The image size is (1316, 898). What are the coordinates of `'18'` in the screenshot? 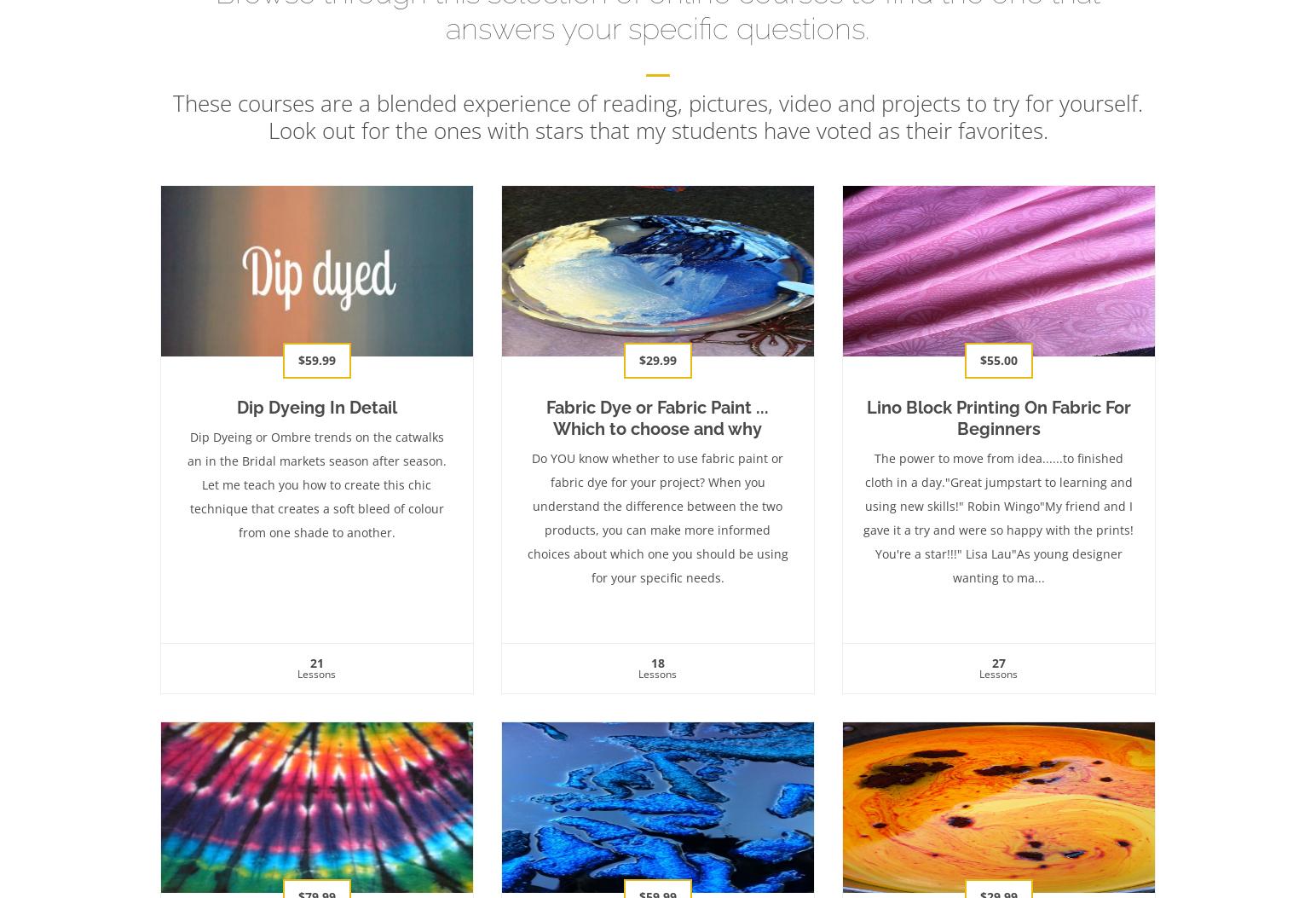 It's located at (650, 662).